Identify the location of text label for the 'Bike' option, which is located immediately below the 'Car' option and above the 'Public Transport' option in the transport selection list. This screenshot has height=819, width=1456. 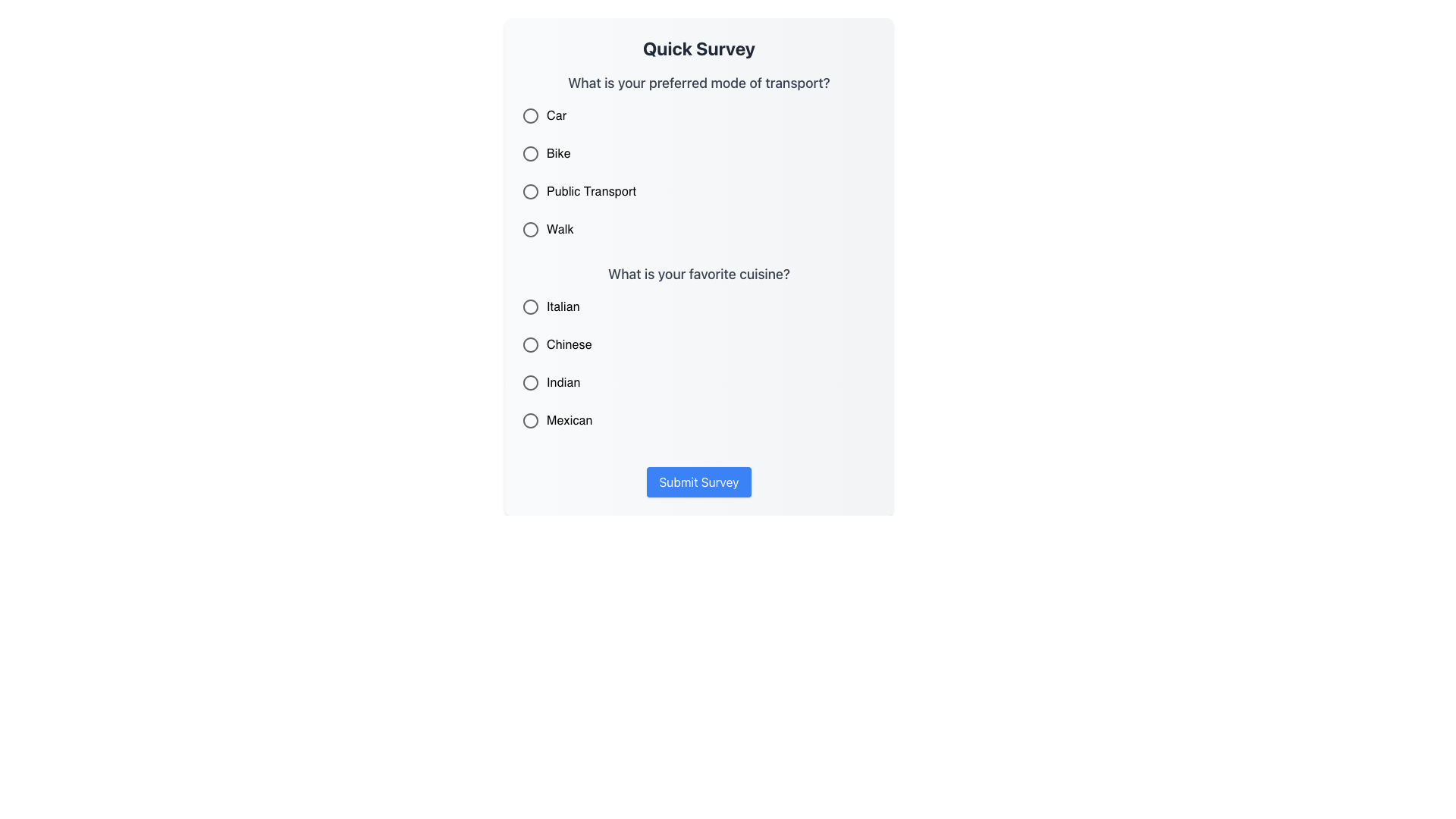
(557, 154).